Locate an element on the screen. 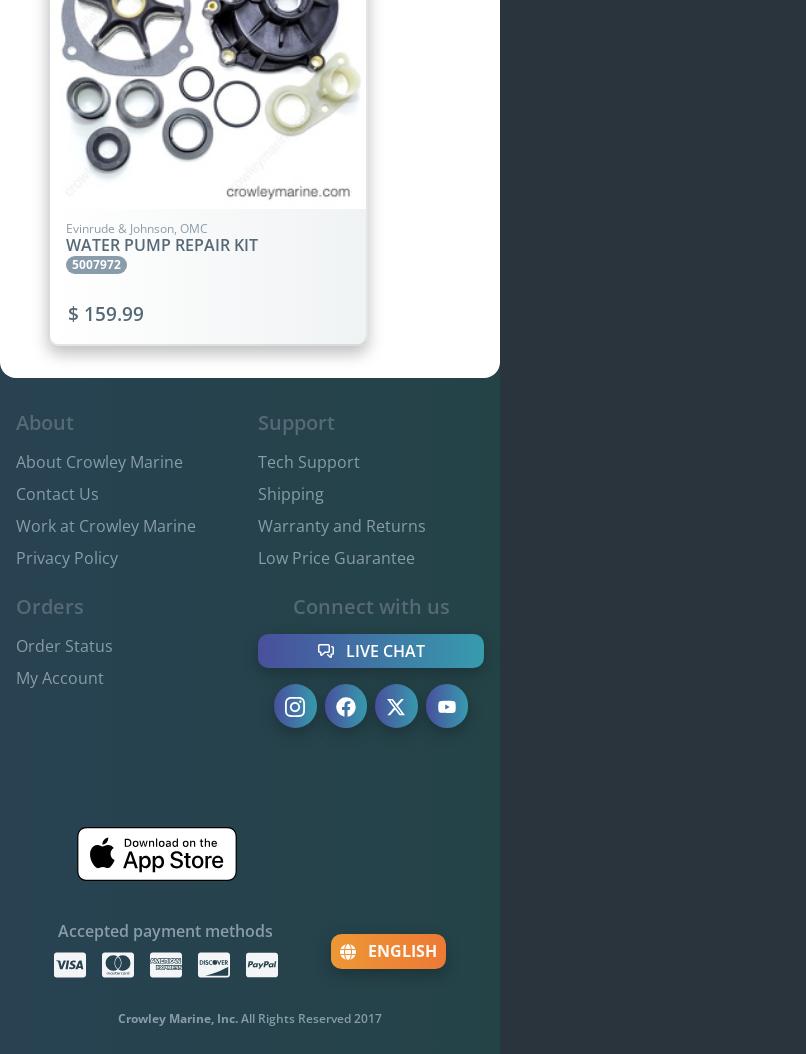 Image resolution: width=806 pixels, height=1054 pixels. 'Evinrude & Johnson, OMC' is located at coordinates (137, 227).